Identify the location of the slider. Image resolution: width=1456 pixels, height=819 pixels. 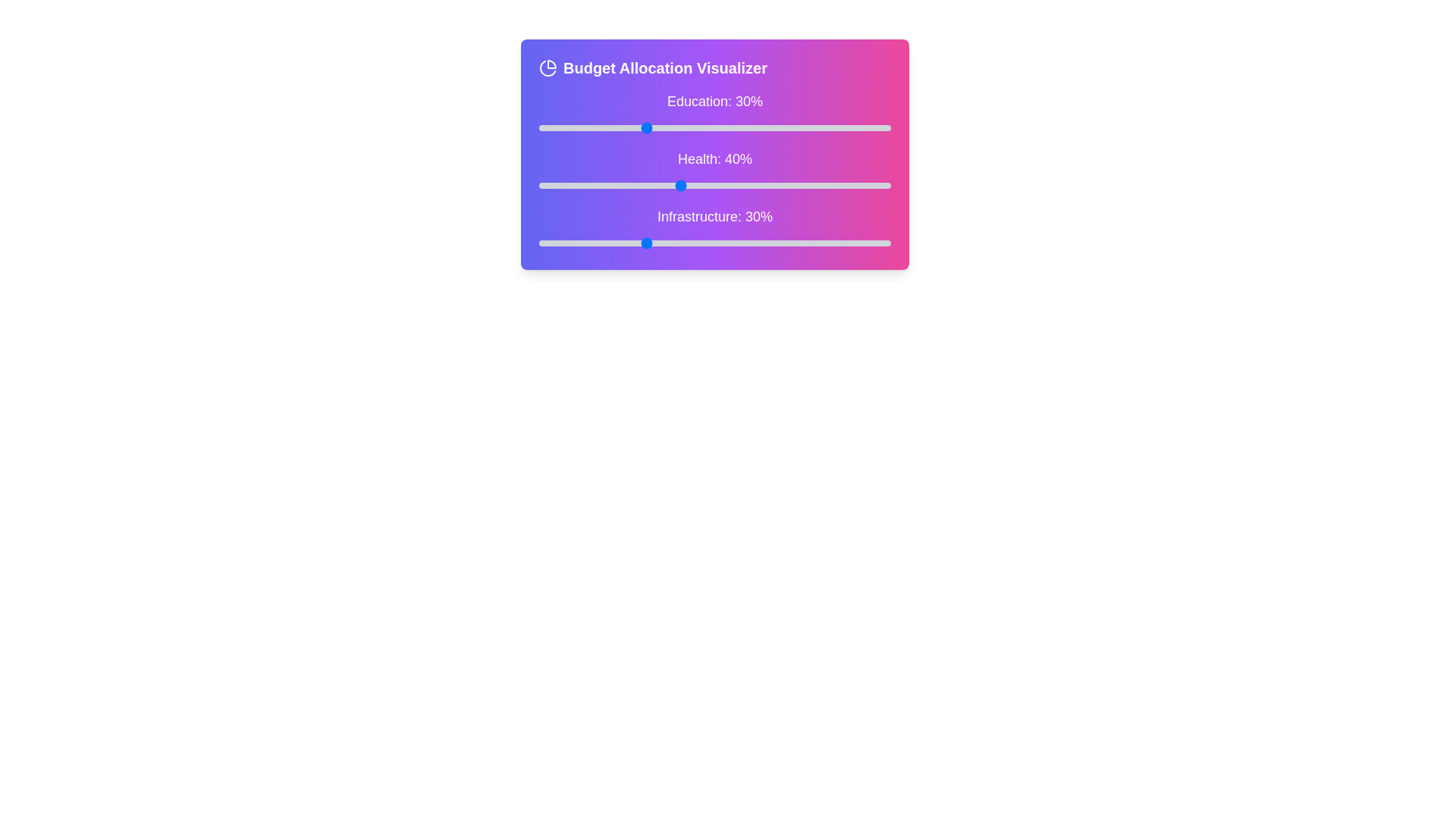
(812, 242).